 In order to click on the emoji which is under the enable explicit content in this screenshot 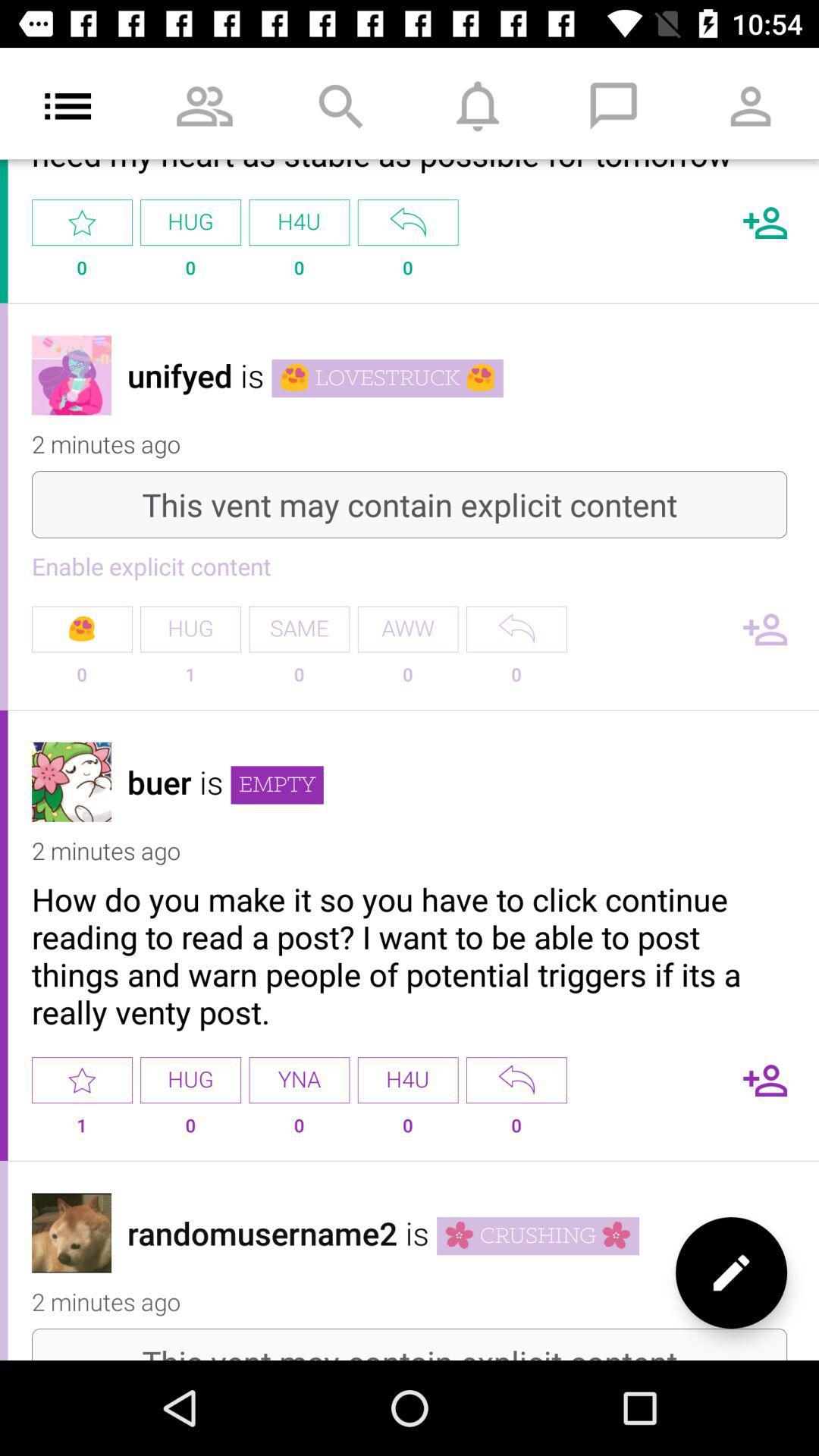, I will do `click(82, 629)`.